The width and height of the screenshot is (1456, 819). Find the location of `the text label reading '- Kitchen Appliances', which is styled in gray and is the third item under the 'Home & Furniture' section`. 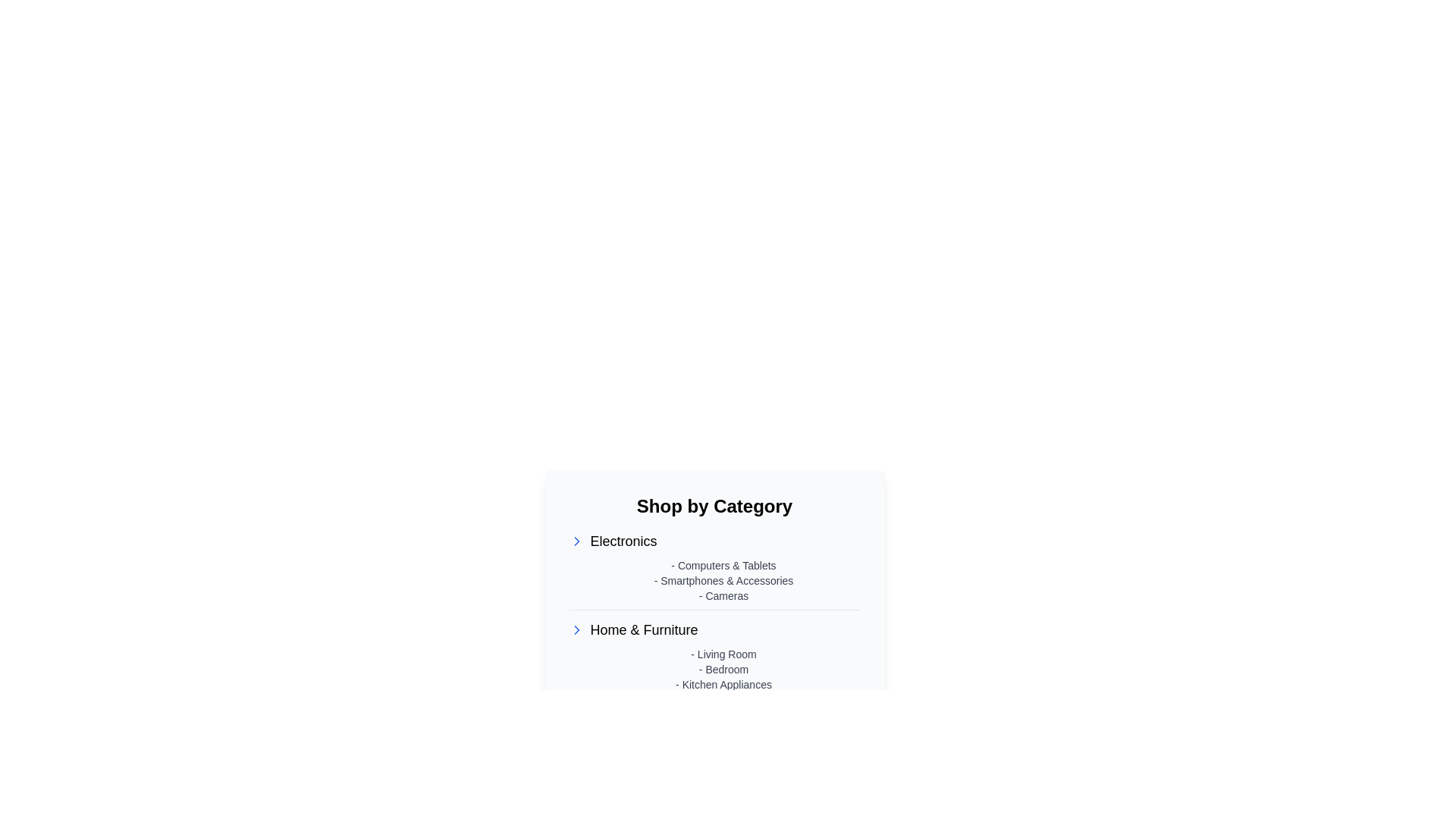

the text label reading '- Kitchen Appliances', which is styled in gray and is the third item under the 'Home & Furniture' section is located at coordinates (723, 684).